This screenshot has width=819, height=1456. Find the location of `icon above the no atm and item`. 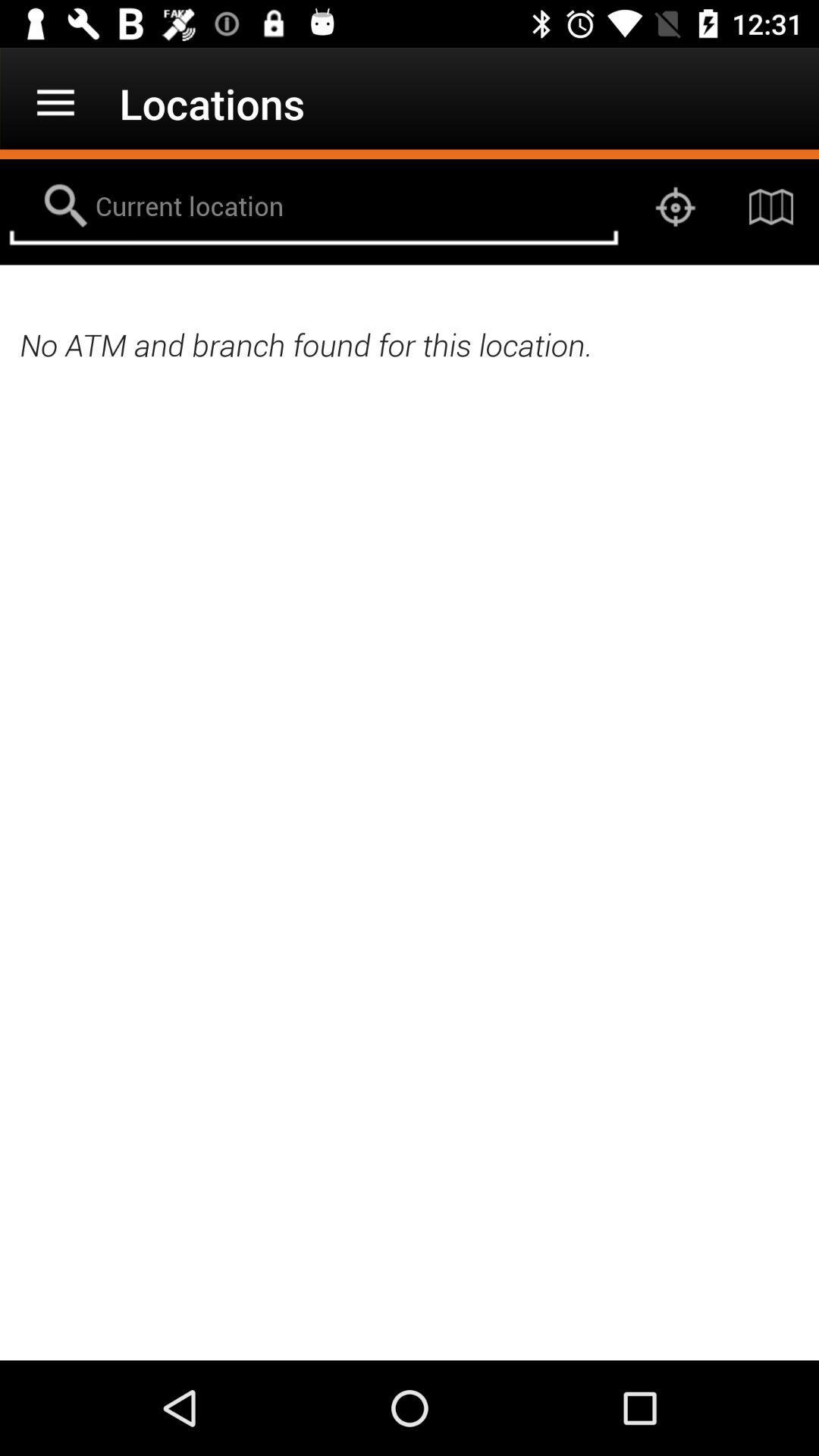

icon above the no atm and item is located at coordinates (771, 206).